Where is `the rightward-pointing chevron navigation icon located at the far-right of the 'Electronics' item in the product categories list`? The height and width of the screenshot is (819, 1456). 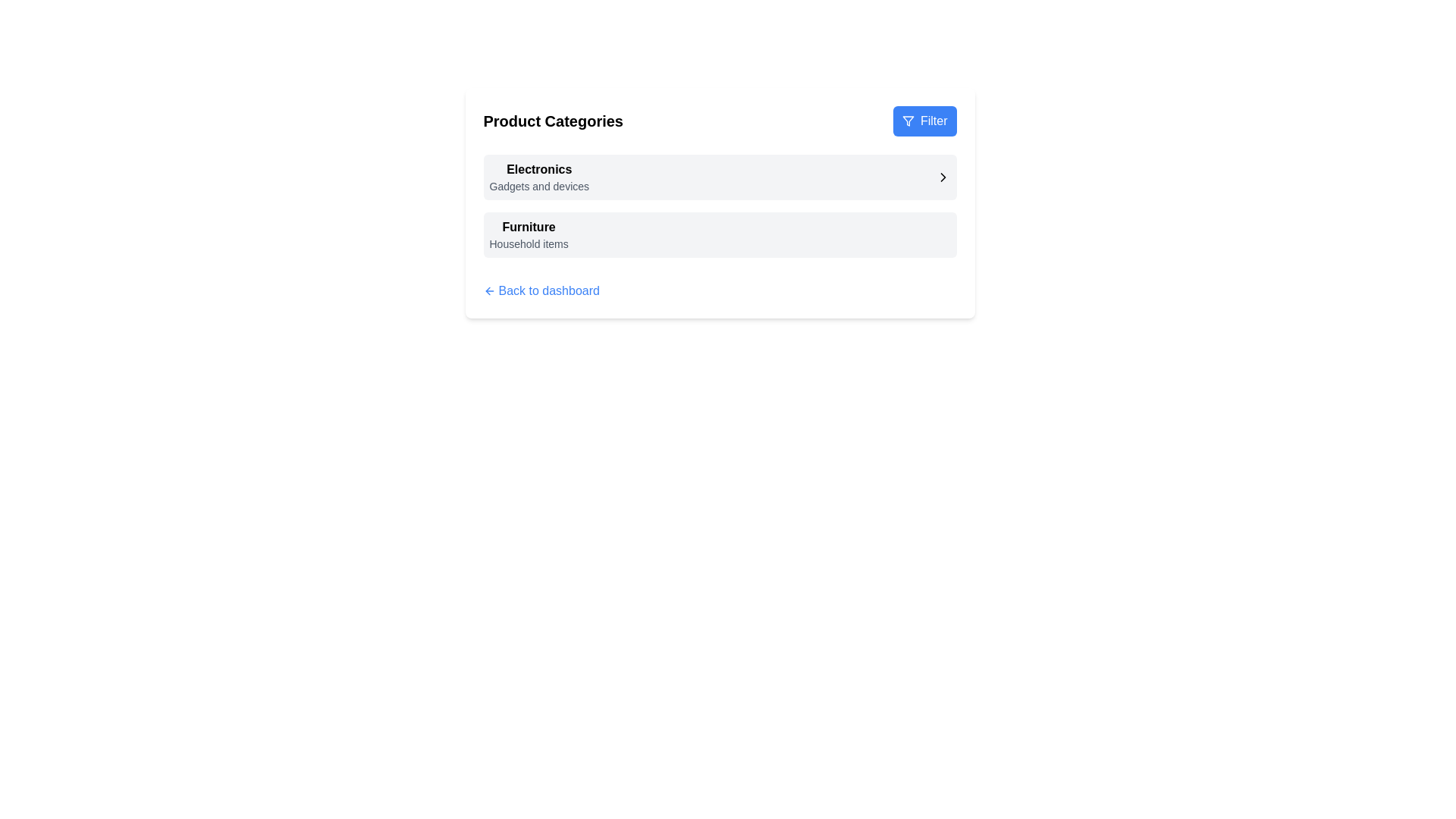 the rightward-pointing chevron navigation icon located at the far-right of the 'Electronics' item in the product categories list is located at coordinates (942, 177).